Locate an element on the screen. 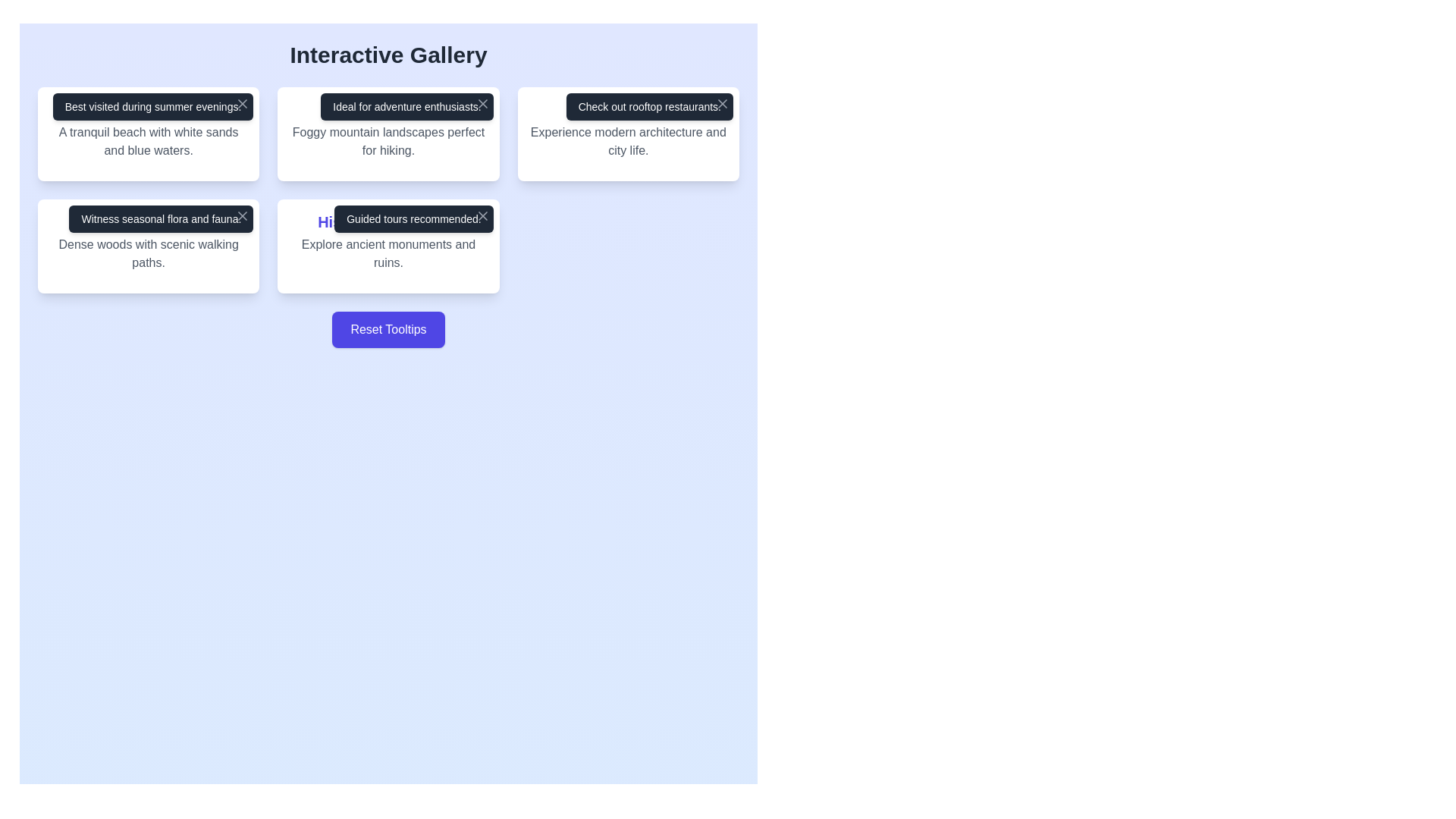 This screenshot has width=1456, height=819. text content of the title or heading text block located at the top right of the card component is located at coordinates (628, 109).